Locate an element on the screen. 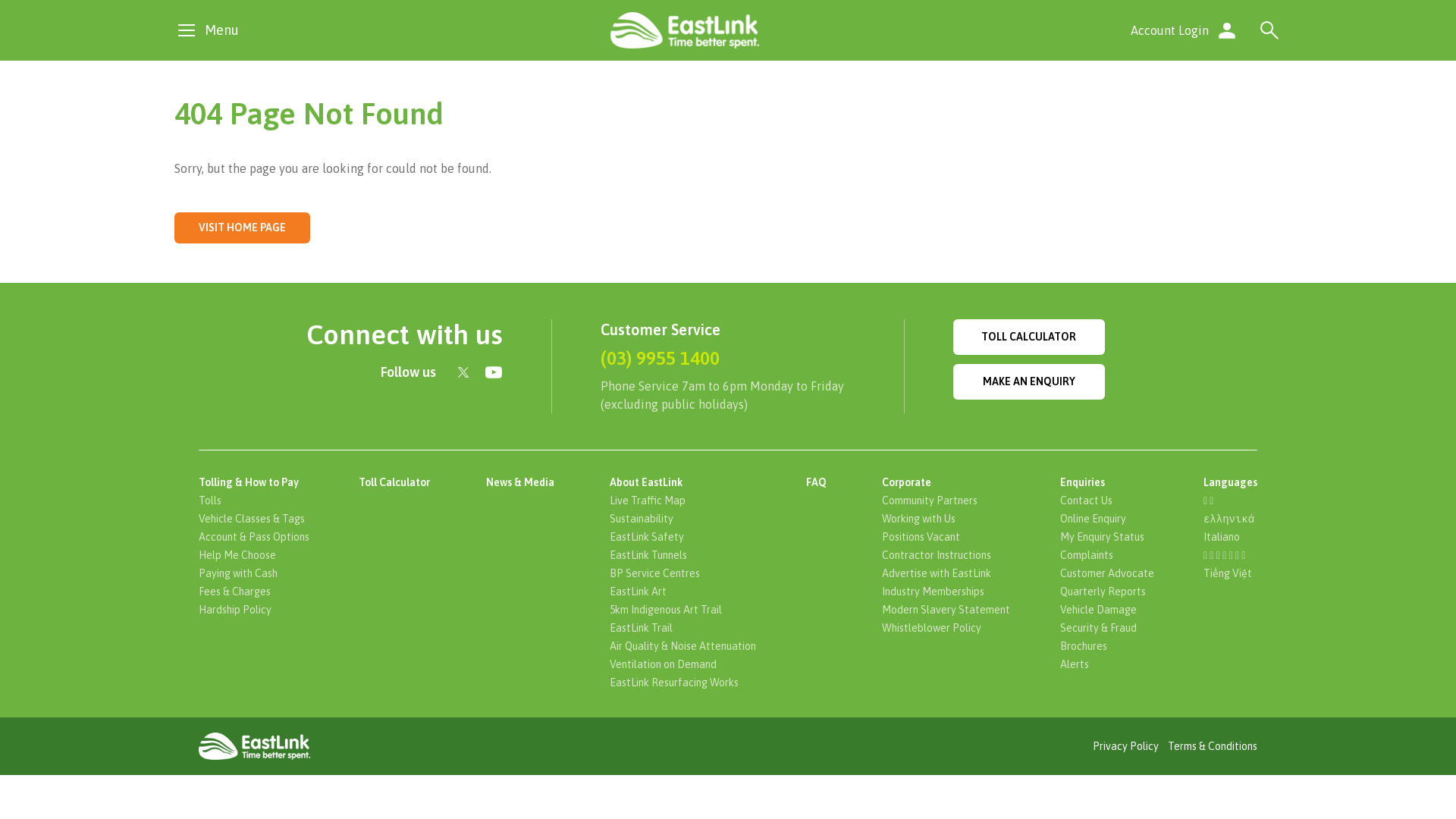 This screenshot has width=1456, height=819. 'Corporate' is located at coordinates (915, 482).